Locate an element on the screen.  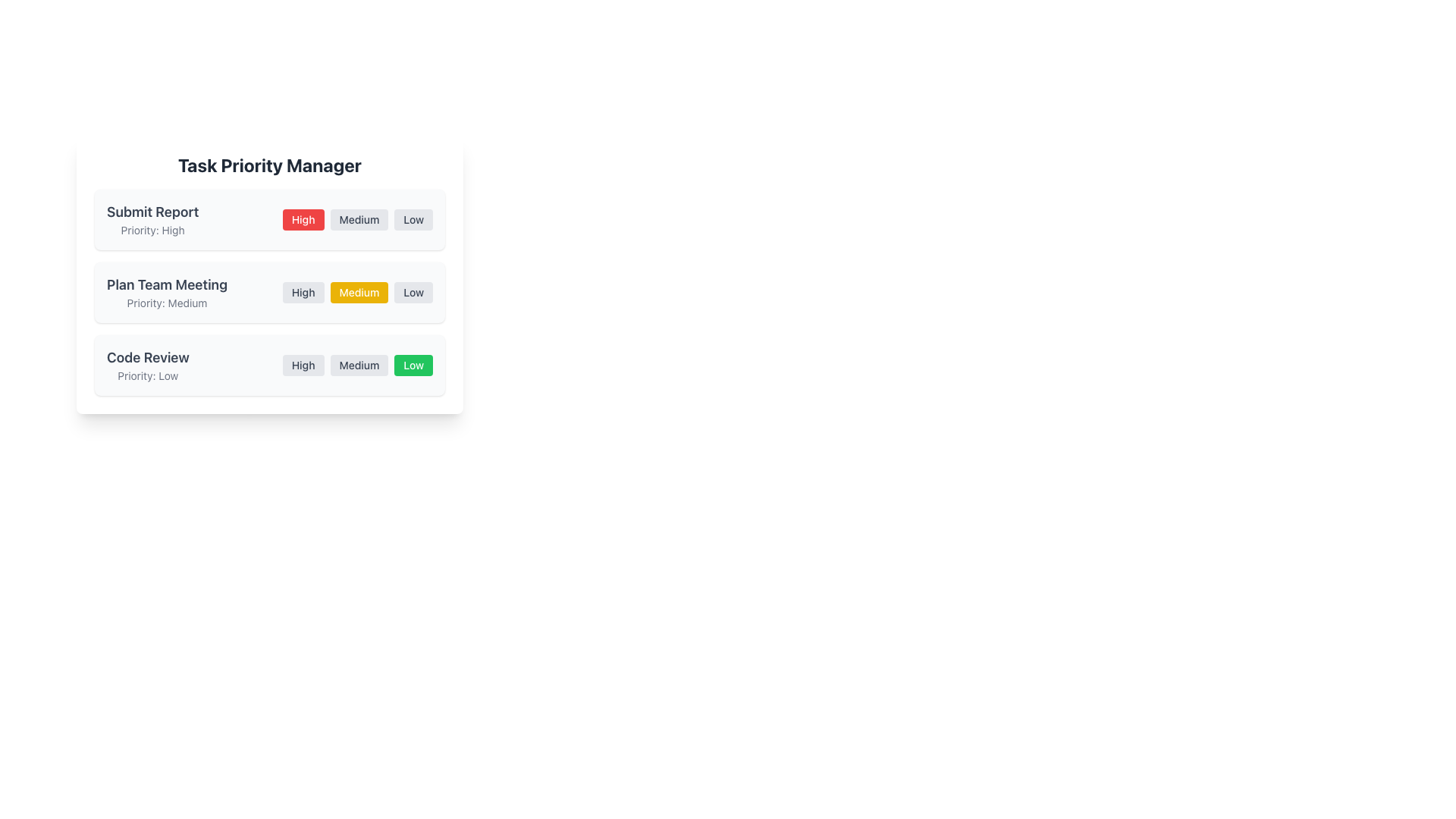
the text label that displays 'Priority: Low', which is located beneath the 'Code Review' header in the interface is located at coordinates (148, 375).